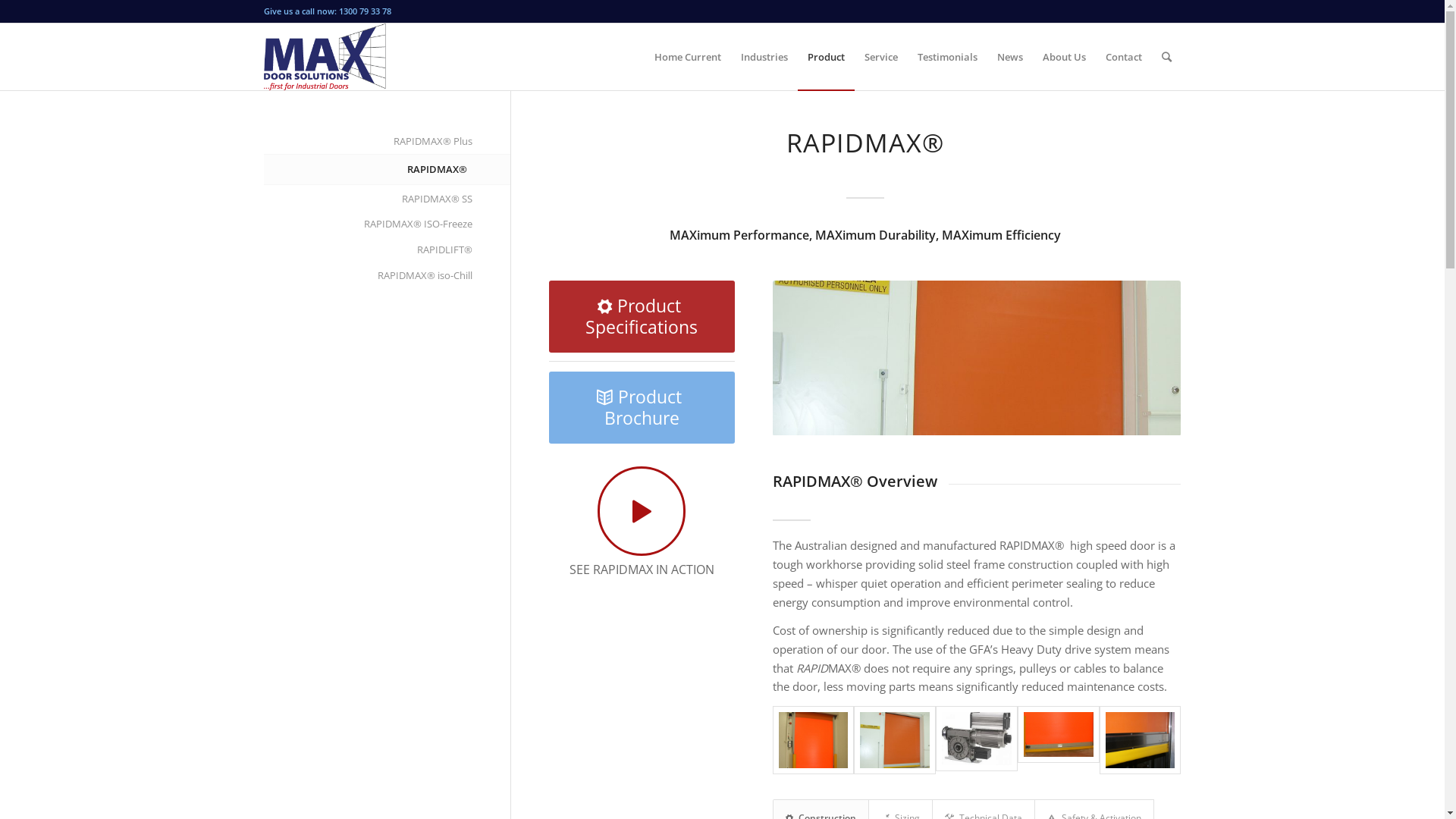 This screenshot has width=1456, height=819. I want to click on 'Product Brochure', so click(641, 406).